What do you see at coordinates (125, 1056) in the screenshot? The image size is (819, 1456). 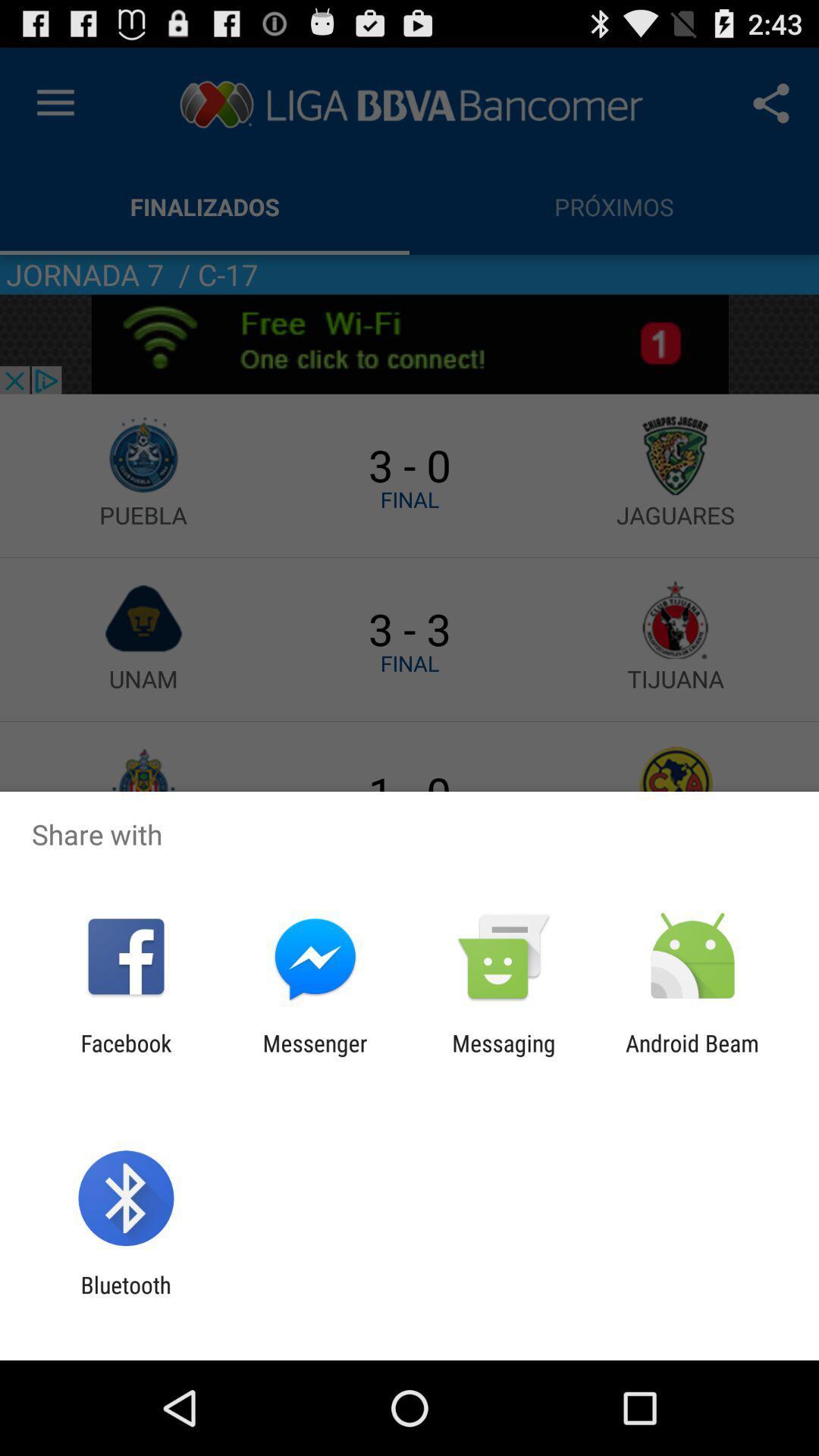 I see `app to the left of messenger app` at bounding box center [125, 1056].